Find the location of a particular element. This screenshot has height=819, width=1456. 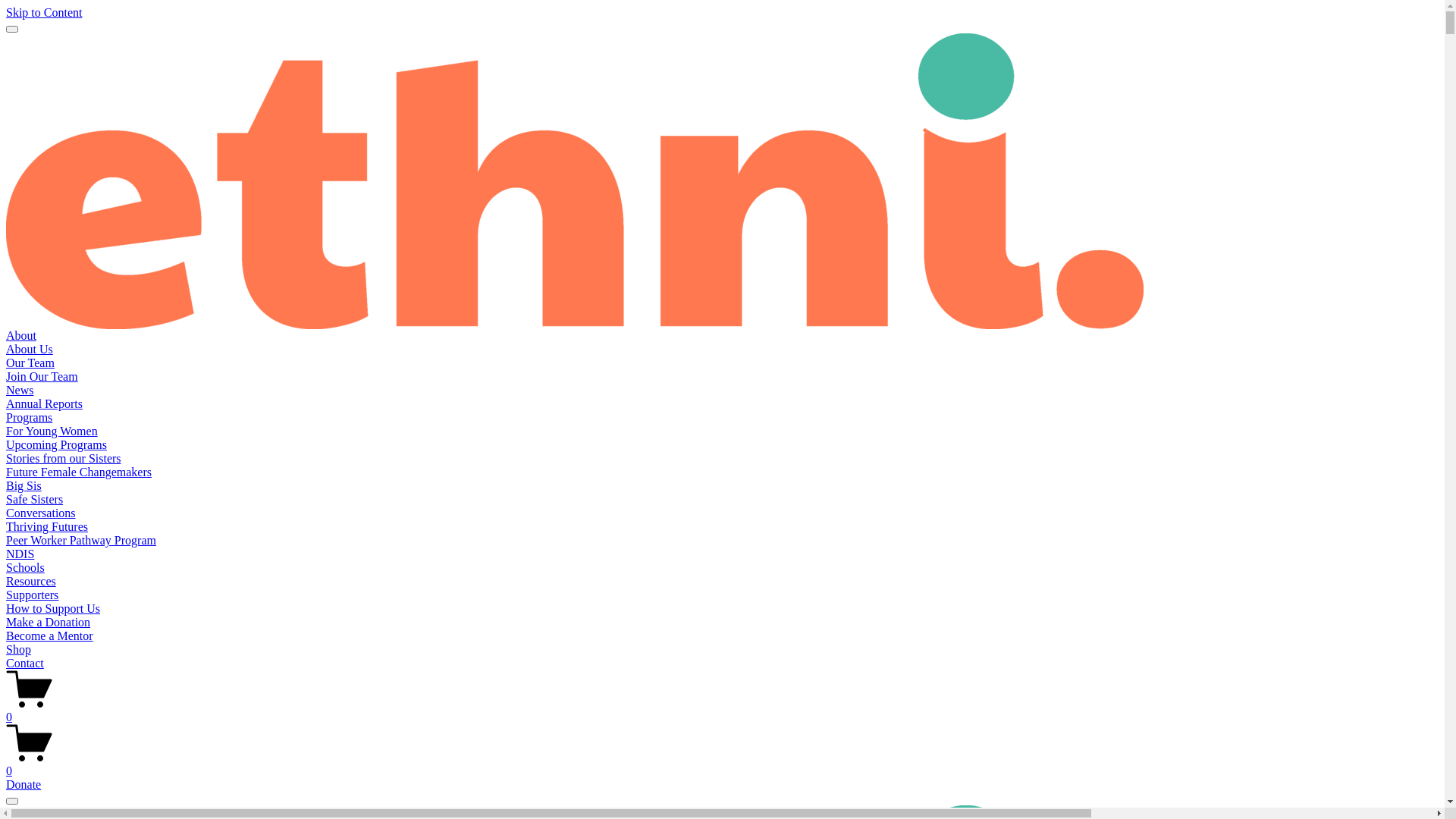

'Thriving Futures' is located at coordinates (47, 526).